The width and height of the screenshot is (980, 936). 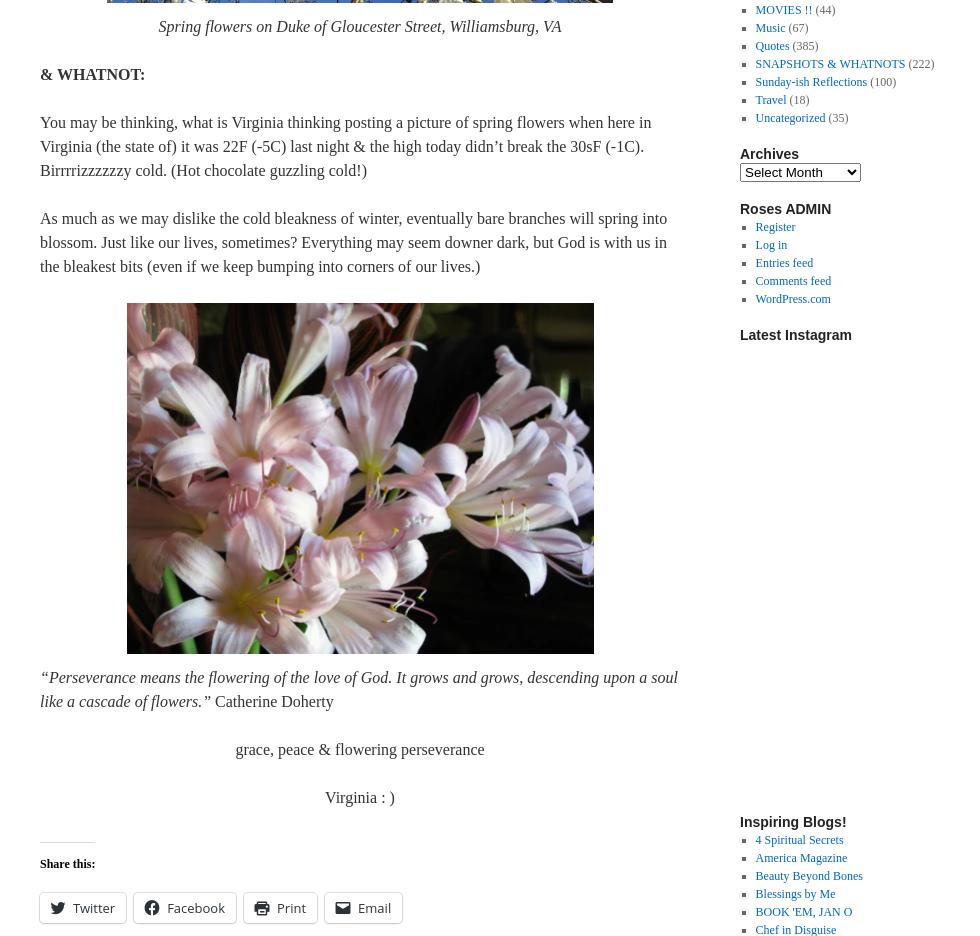 What do you see at coordinates (39, 146) in the screenshot?
I see `'You may be thinking, what is Virginia thinking posting a picture of spring flowers when here in Virginia (the state of) it was 22F (-5C) last night & the high today didn’t break the 30sF (-1C).  Birrrrizzzzzzy cold. (Hot chocolate guzzling cold!)'` at bounding box center [39, 146].